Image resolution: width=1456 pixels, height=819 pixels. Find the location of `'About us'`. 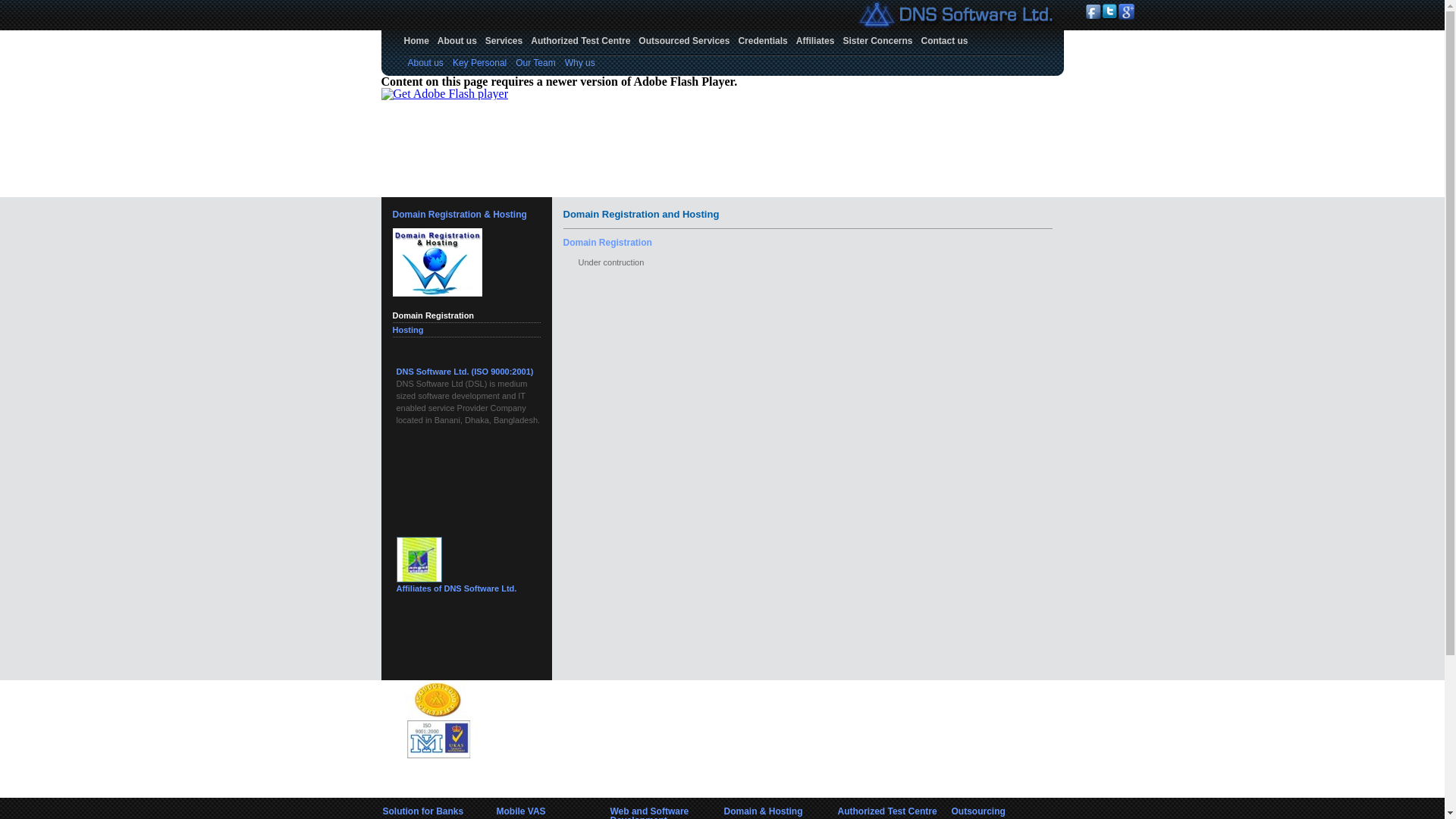

'About us' is located at coordinates (457, 40).